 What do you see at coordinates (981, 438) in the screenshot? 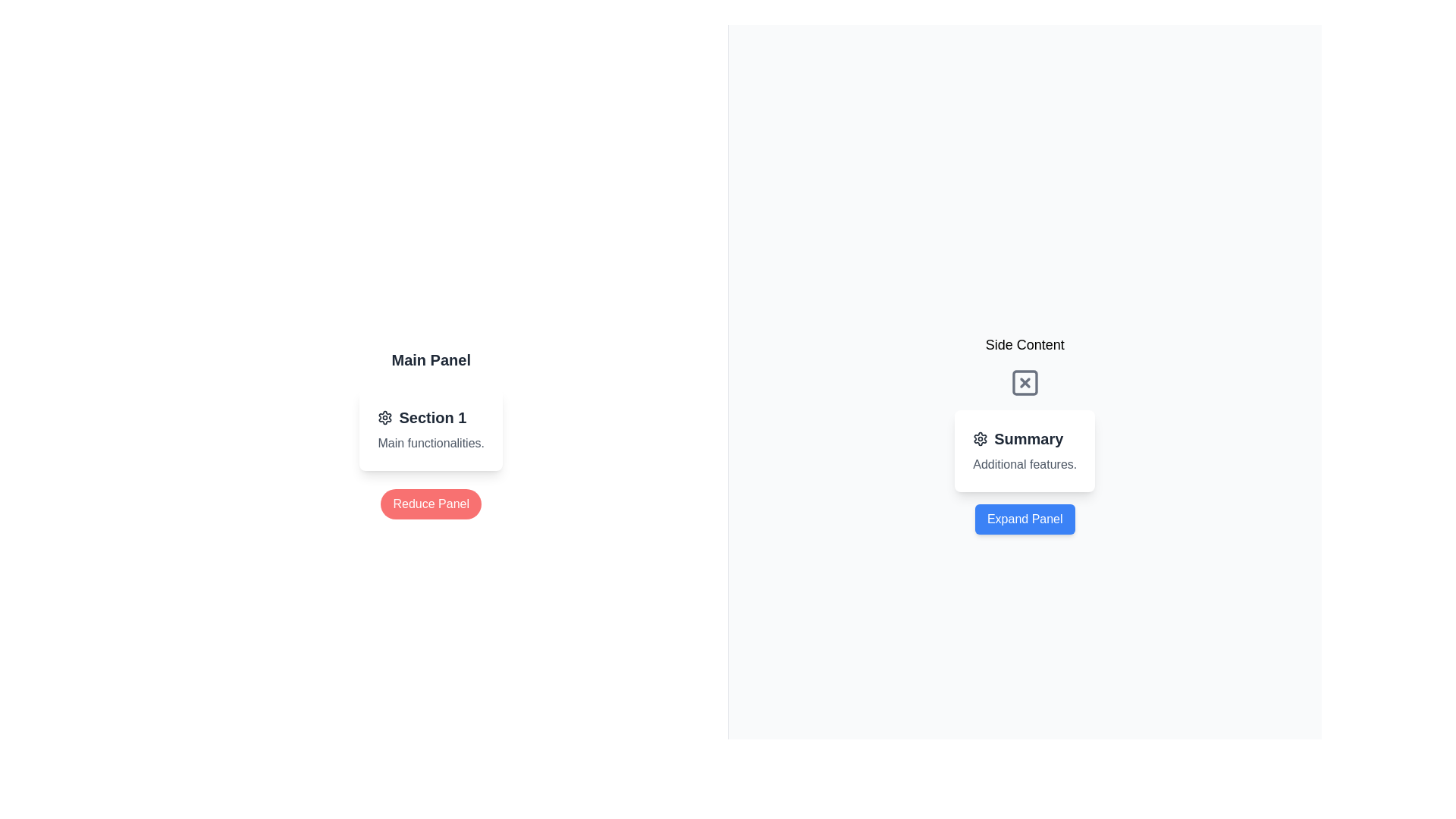
I see `the settings icon located in the Main Panel area next to the title 'Section 1', which is part of an SVG group with the 'lucide-settings' class` at bounding box center [981, 438].